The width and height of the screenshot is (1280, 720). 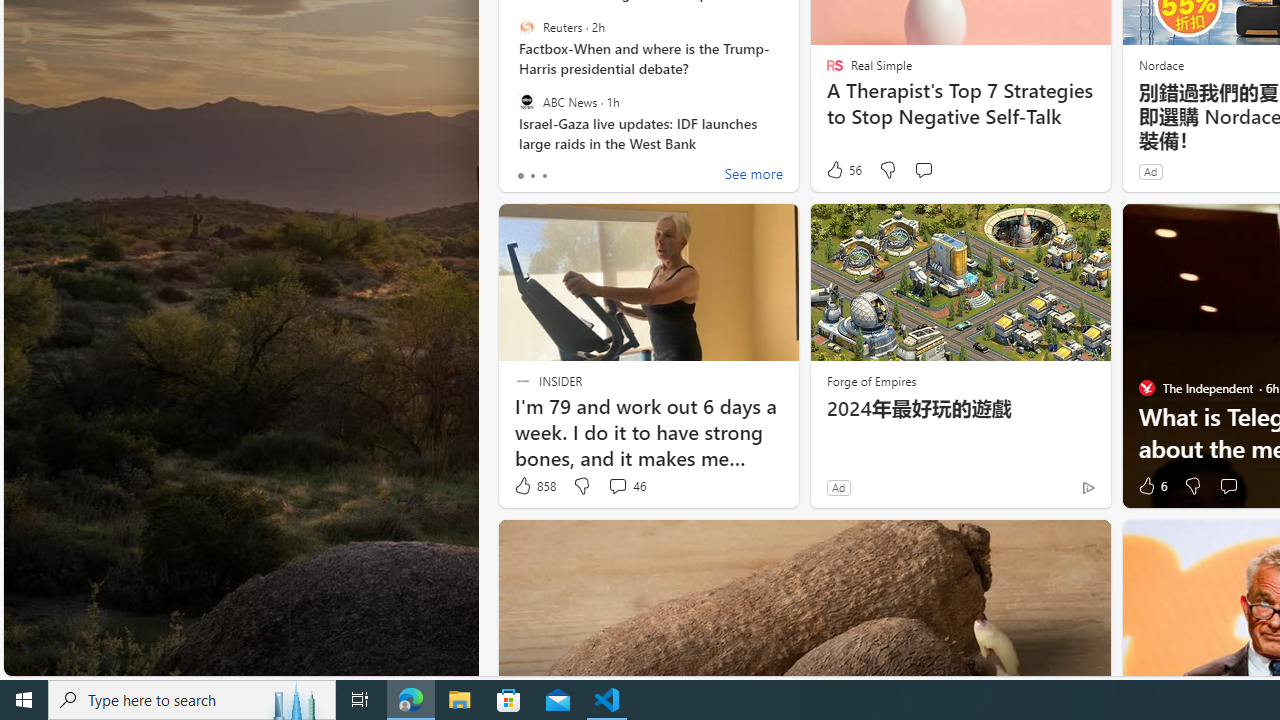 What do you see at coordinates (752, 175) in the screenshot?
I see `'See more'` at bounding box center [752, 175].